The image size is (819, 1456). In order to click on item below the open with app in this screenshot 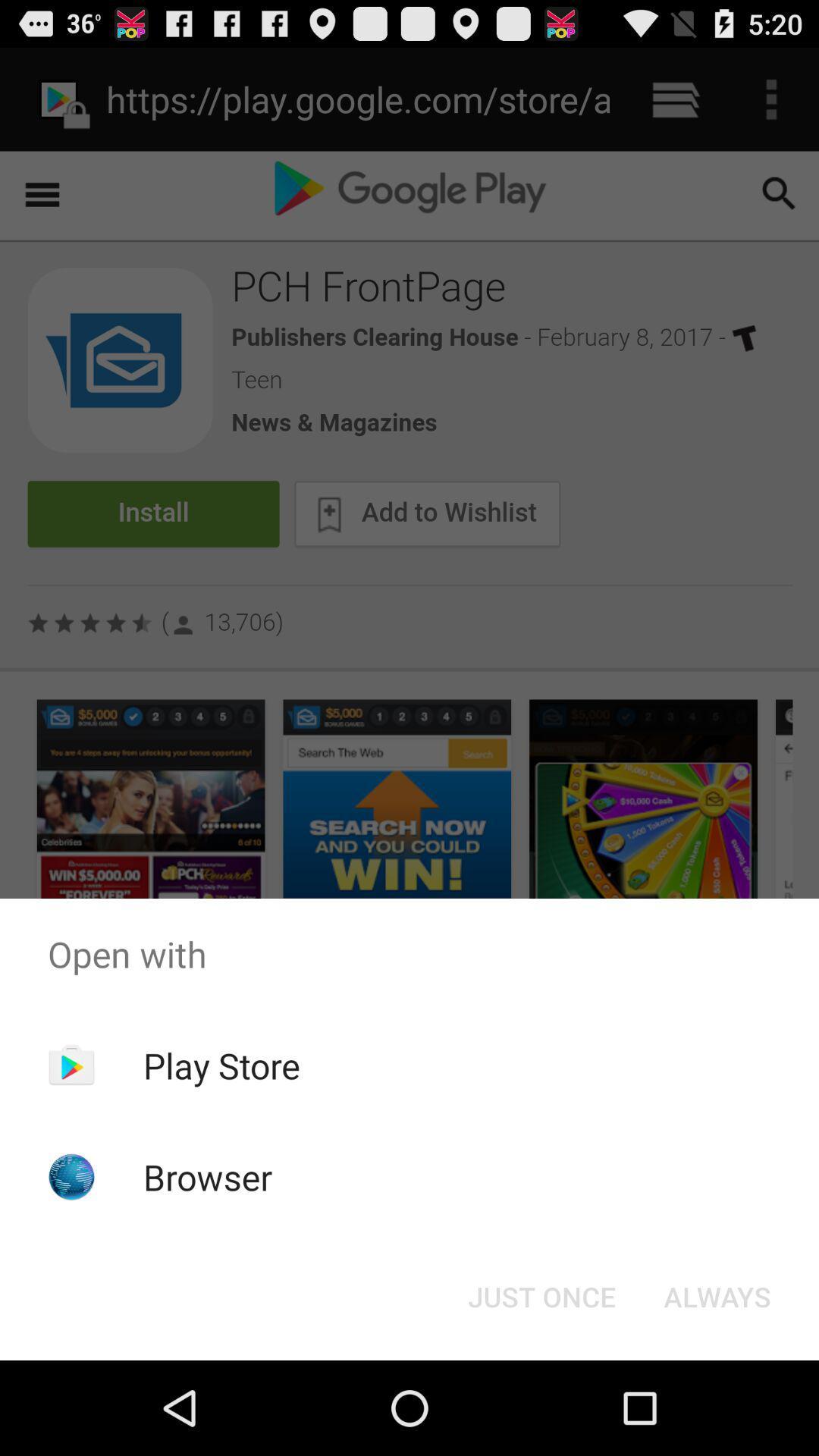, I will do `click(221, 1065)`.